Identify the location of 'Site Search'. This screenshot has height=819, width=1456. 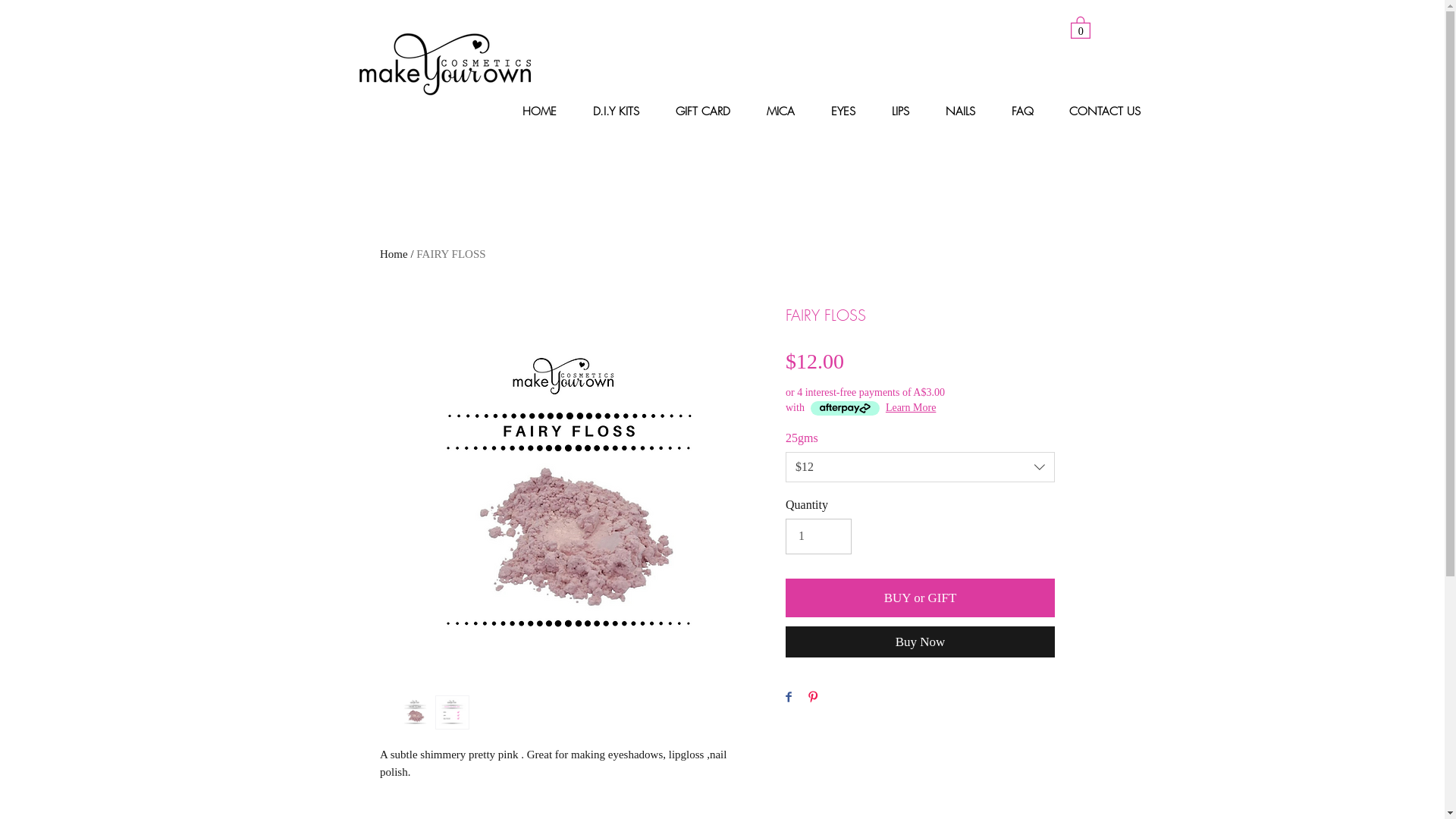
(888, 31).